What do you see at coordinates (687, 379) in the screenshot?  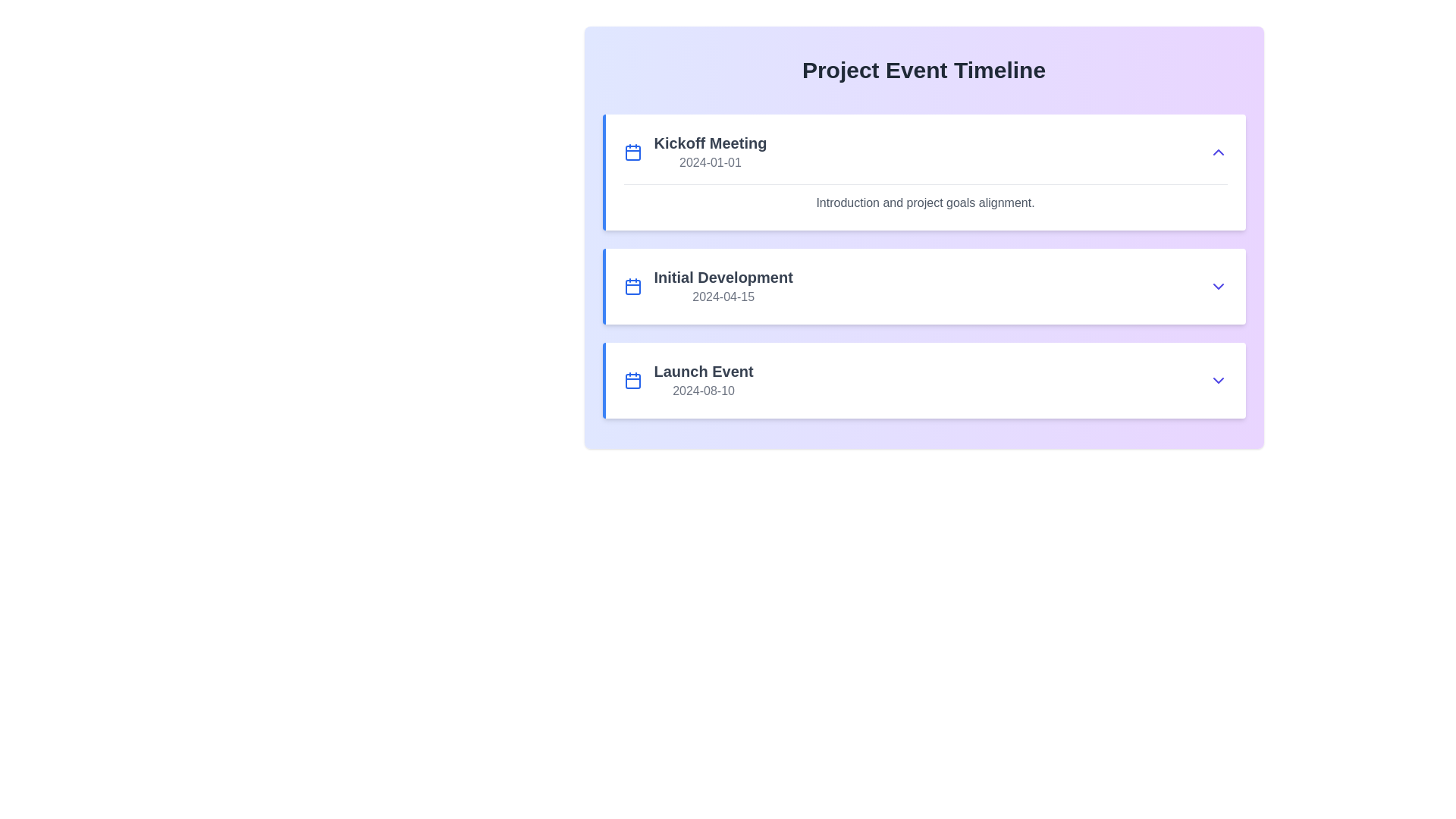 I see `the 'Launch Event' list item, which displays a calendar icon on the left, the title in bold, and the date below it` at bounding box center [687, 379].